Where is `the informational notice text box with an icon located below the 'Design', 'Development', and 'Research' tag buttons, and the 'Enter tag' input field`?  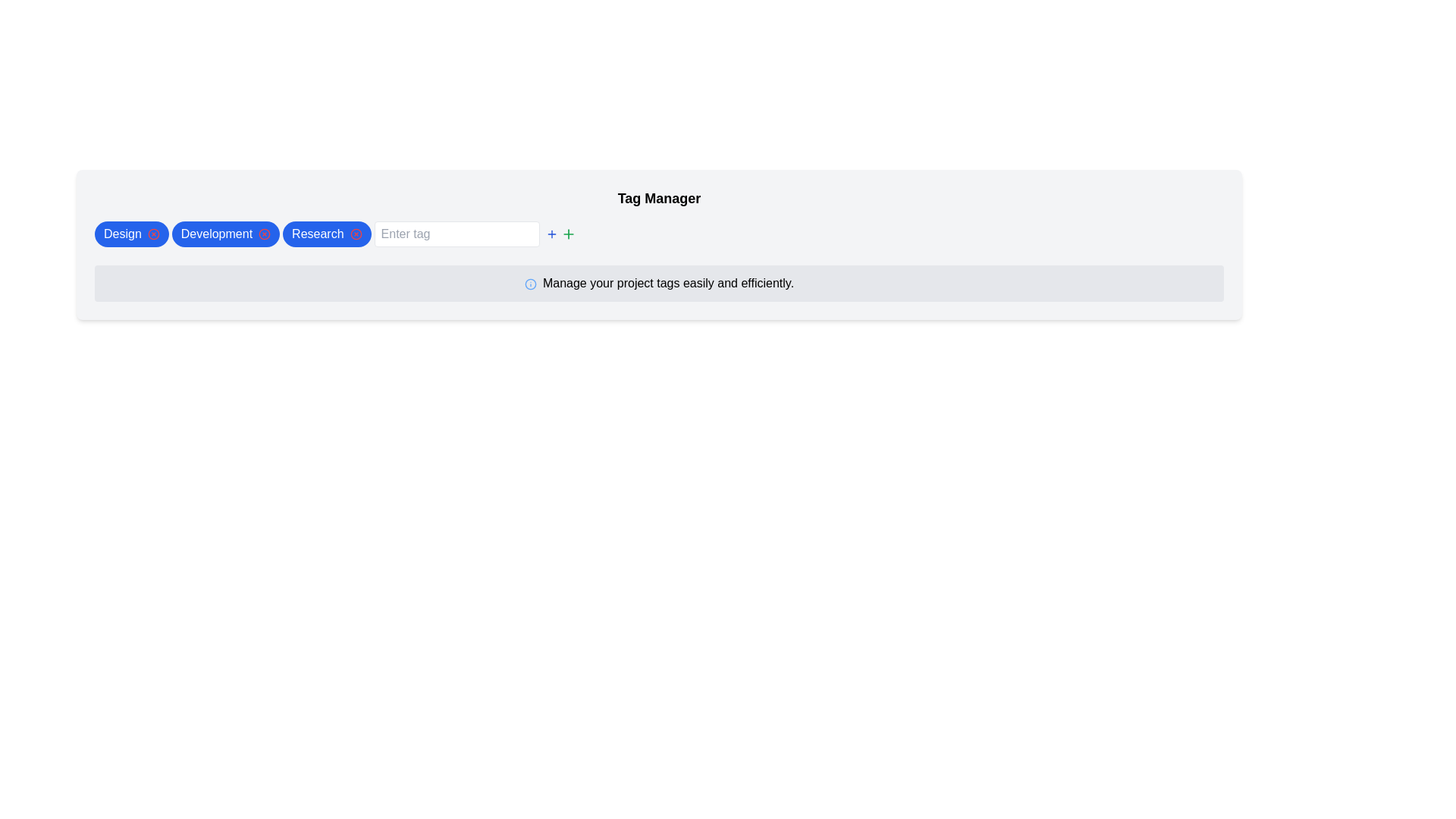 the informational notice text box with an icon located below the 'Design', 'Development', and 'Research' tag buttons, and the 'Enter tag' input field is located at coordinates (659, 284).